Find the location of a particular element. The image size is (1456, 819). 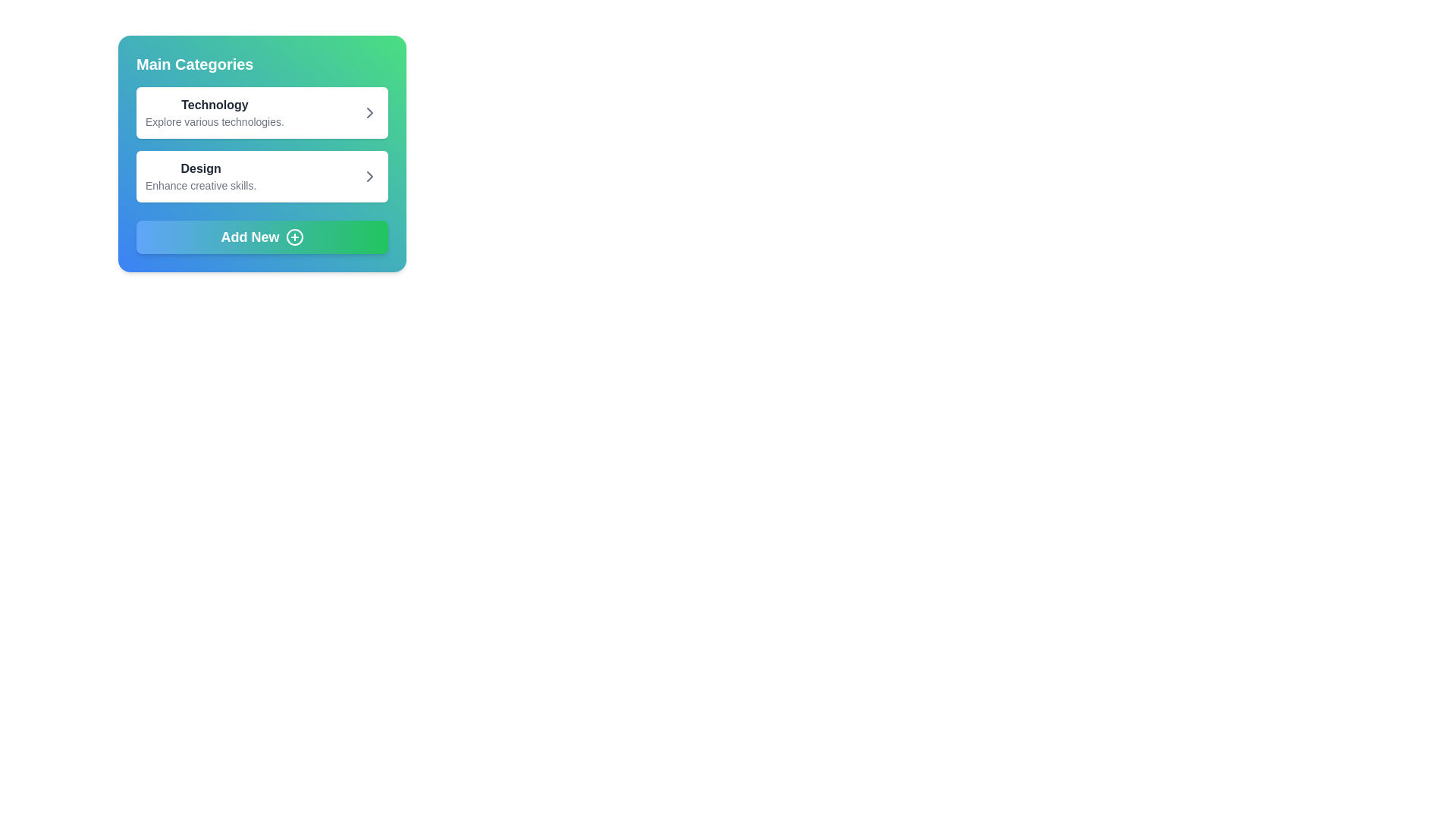

the first list item labeled 'Technology' with a bold title and a right-chevron icon is located at coordinates (262, 112).